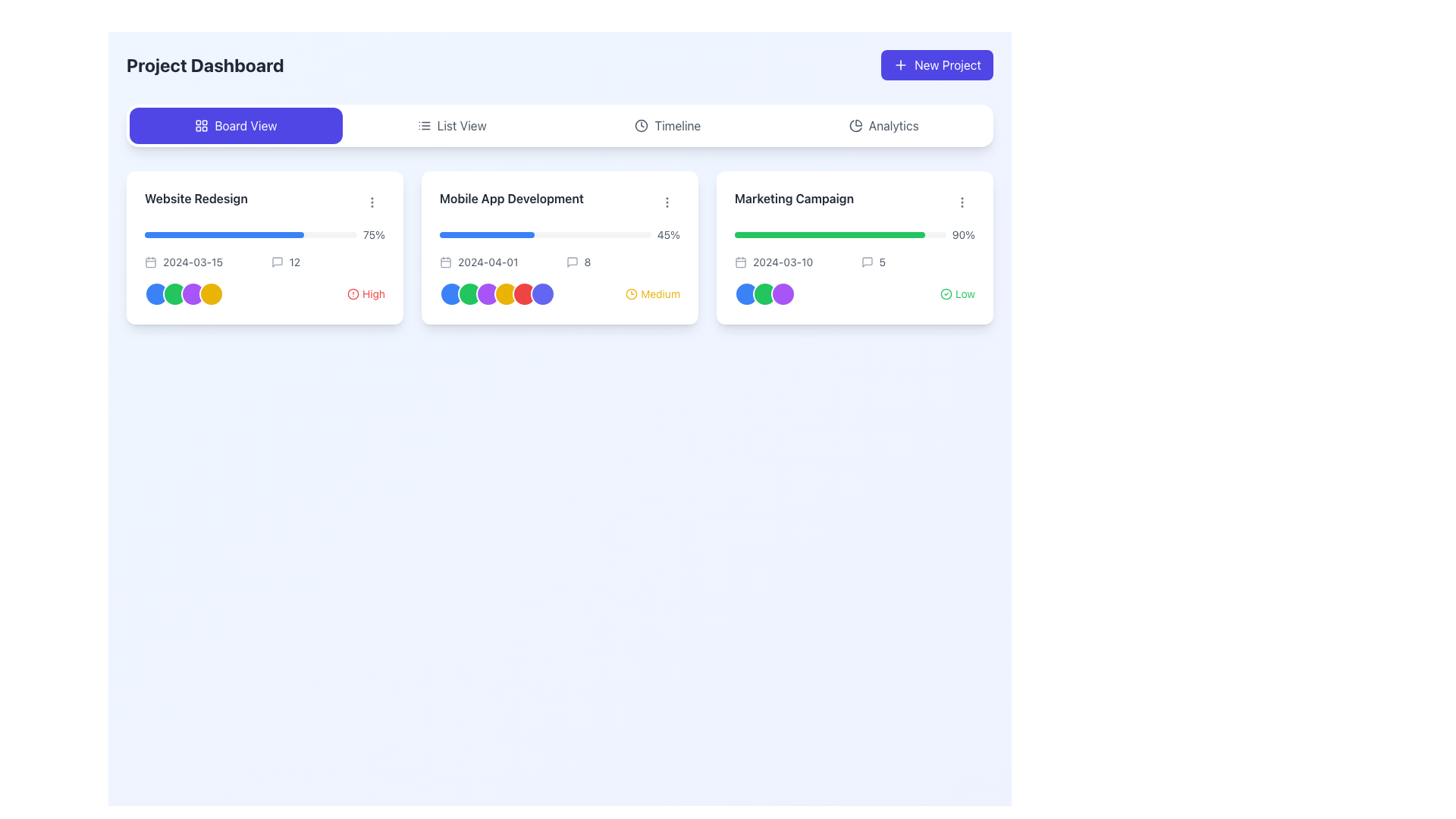 The width and height of the screenshot is (1456, 819). What do you see at coordinates (947, 64) in the screenshot?
I see `the 'New Project' text label within the button located in the top-right region of the interface, which has a blue background and a '+' icon to its left` at bounding box center [947, 64].